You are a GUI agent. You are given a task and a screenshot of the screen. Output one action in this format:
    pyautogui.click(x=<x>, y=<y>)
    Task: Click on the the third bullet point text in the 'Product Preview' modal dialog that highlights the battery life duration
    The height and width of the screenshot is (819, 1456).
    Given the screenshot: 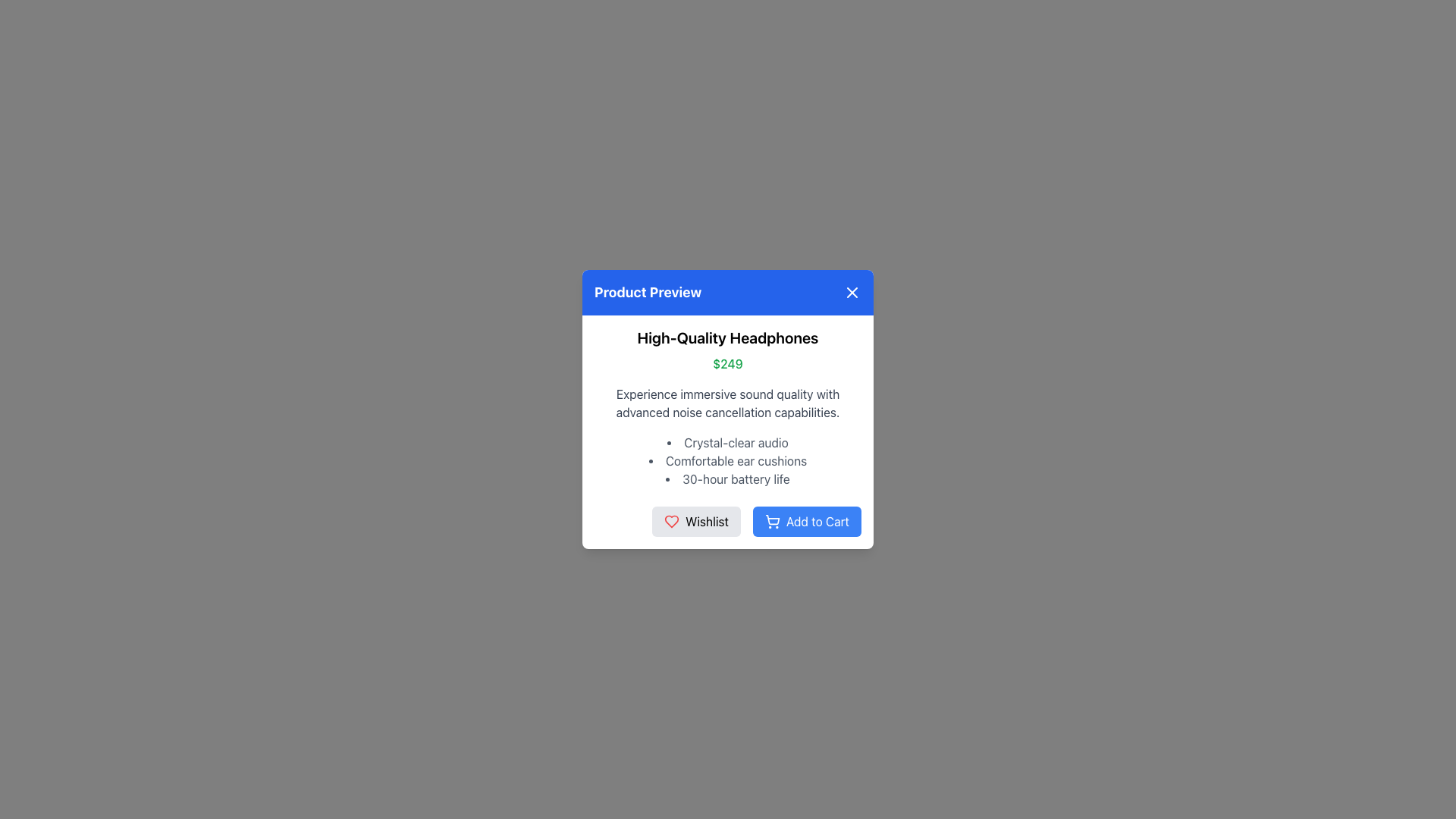 What is the action you would take?
    pyautogui.click(x=728, y=479)
    